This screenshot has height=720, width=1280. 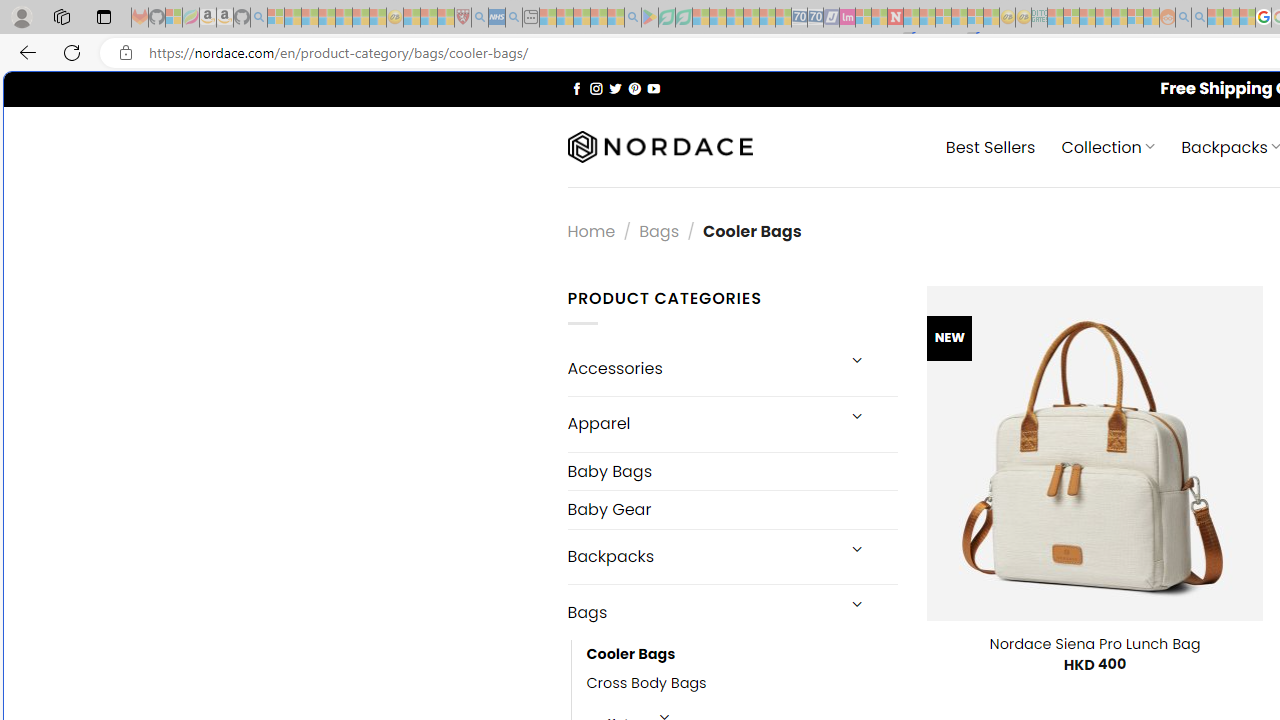 What do you see at coordinates (595, 87) in the screenshot?
I see `'Follow on Instagram'` at bounding box center [595, 87].